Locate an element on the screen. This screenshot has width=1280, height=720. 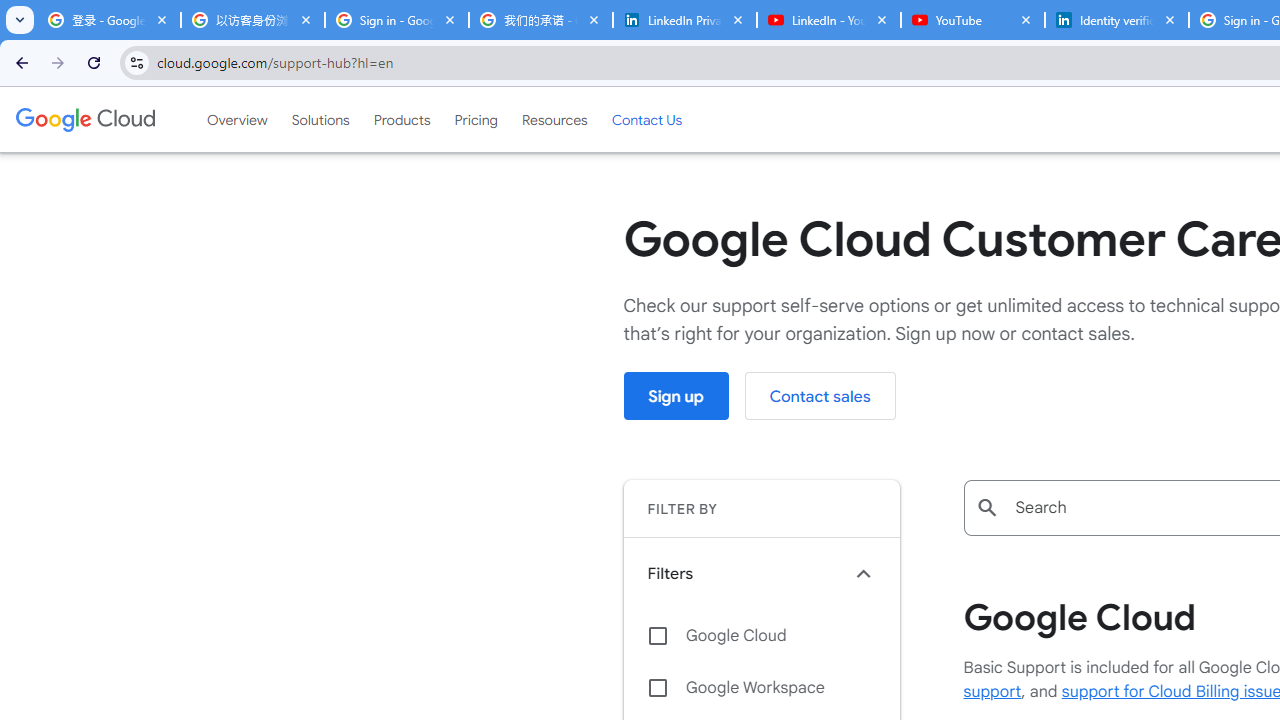
'Contact sales' is located at coordinates (819, 396).